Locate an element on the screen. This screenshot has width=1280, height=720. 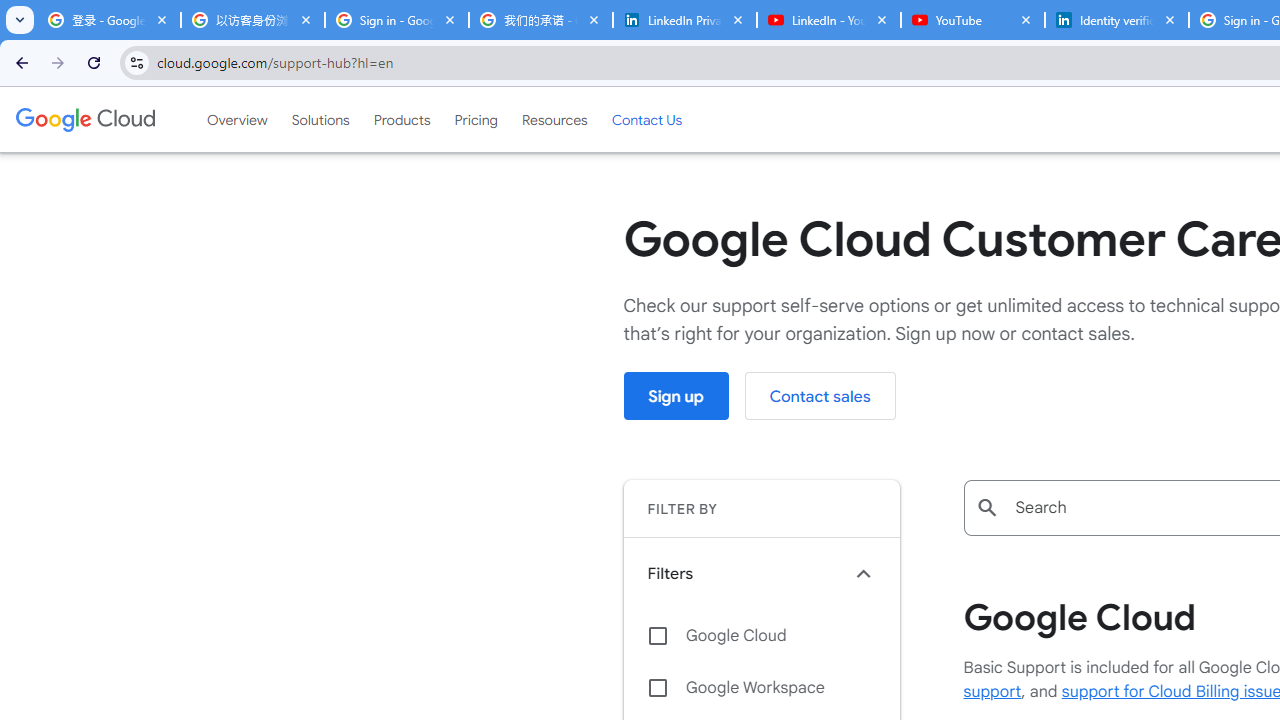
'Contact sales' is located at coordinates (819, 396).